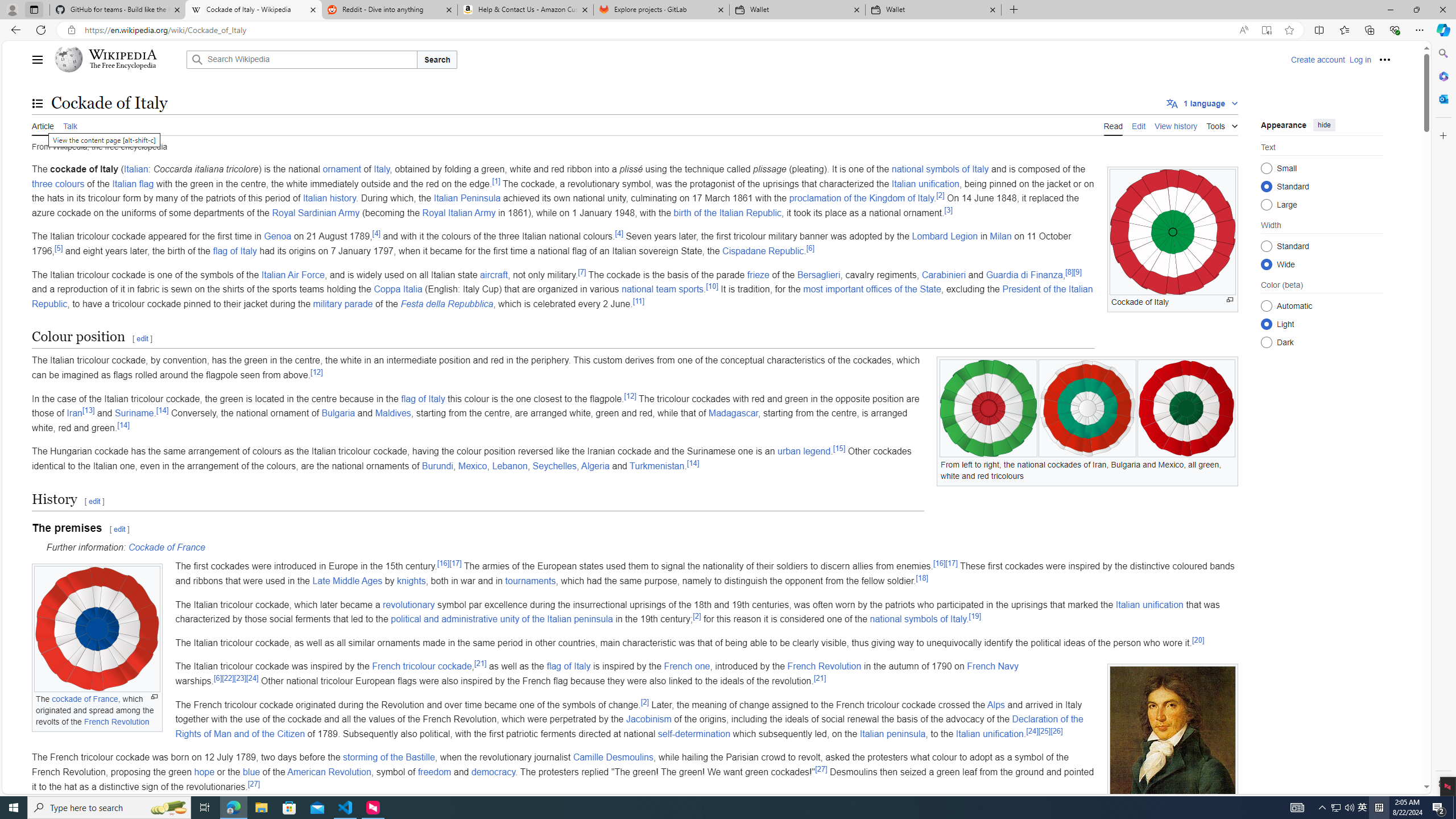 This screenshot has height=819, width=1456. What do you see at coordinates (1197, 640) in the screenshot?
I see `'[20]'` at bounding box center [1197, 640].